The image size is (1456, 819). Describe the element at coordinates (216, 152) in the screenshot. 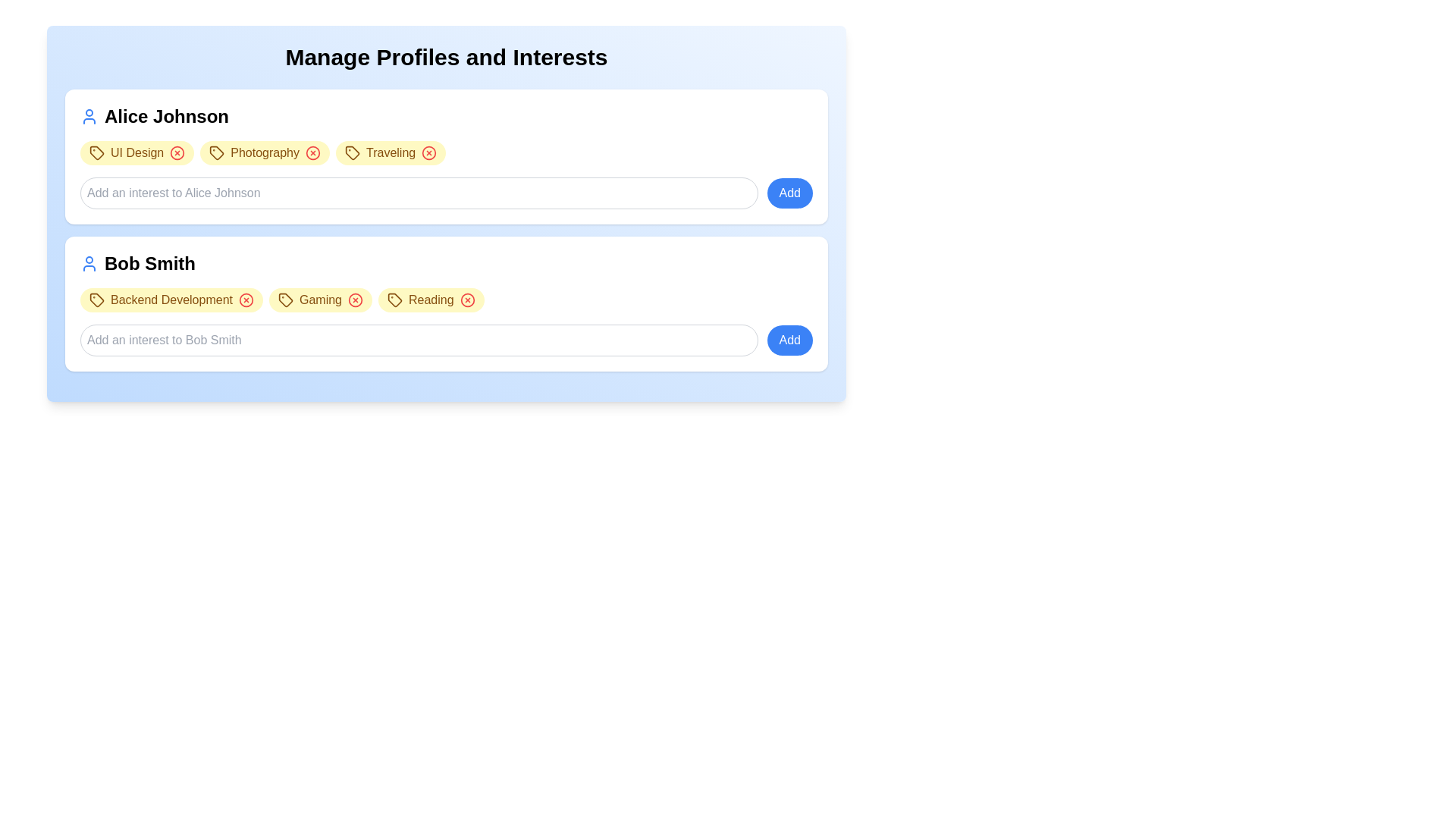

I see `the tag icon with a yellow background located beside the 'Photography' label under the 'Alice Johnson' section, which is the second tag from the left` at that location.